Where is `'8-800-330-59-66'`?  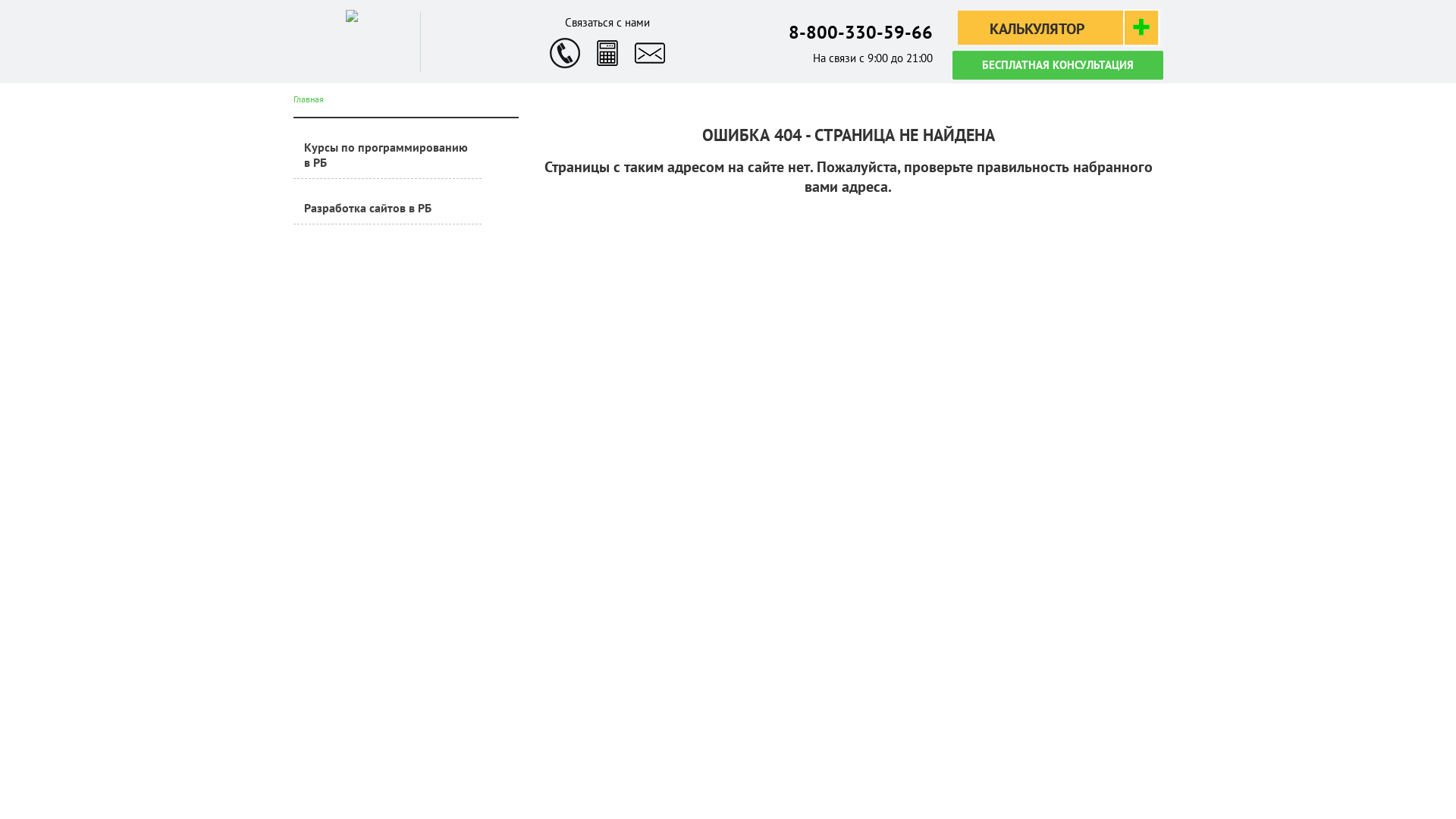 '8-800-330-59-66' is located at coordinates (860, 32).